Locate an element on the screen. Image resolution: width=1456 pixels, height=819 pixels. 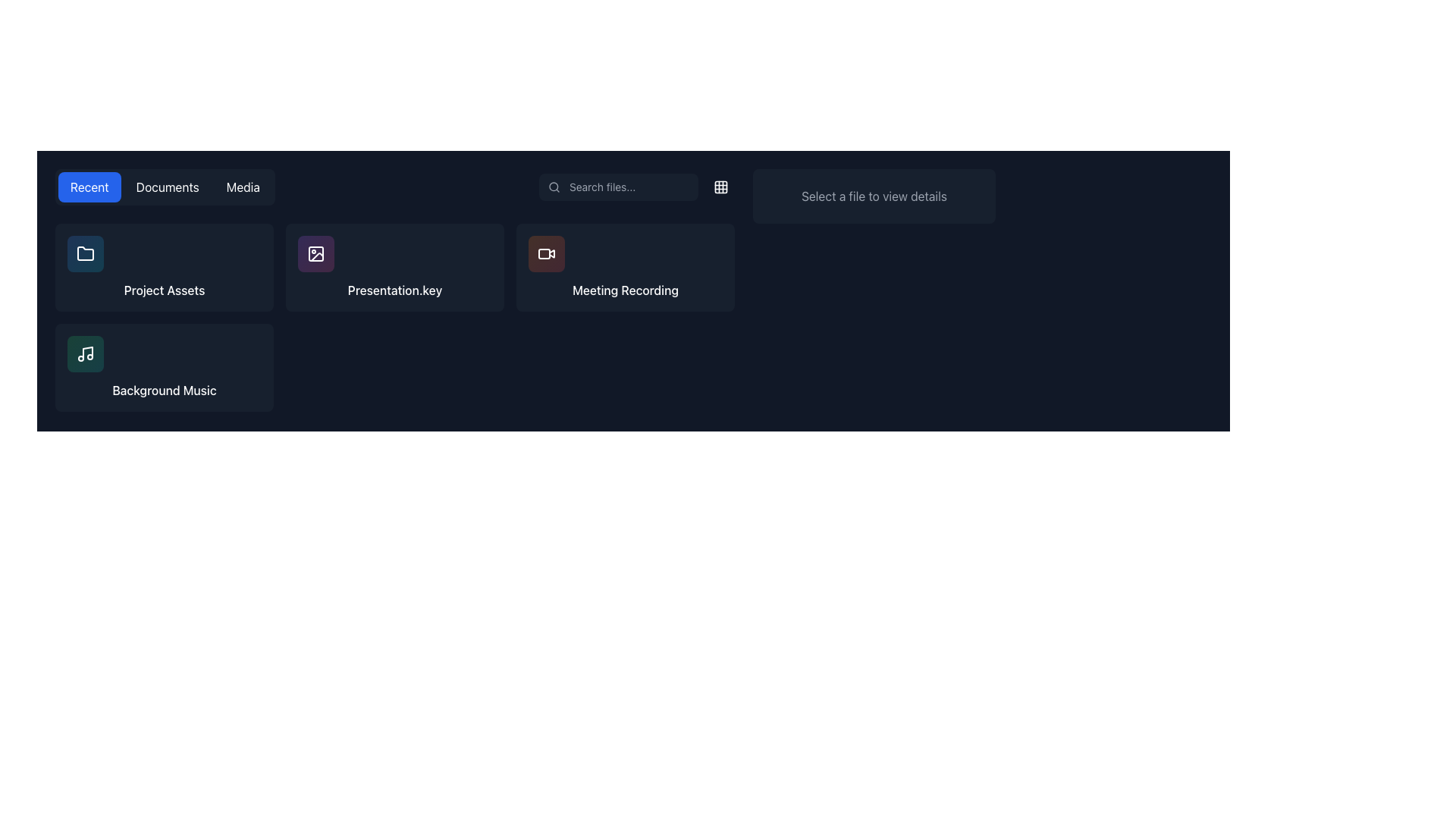
the musical note icon representing the 'Background Music' option is located at coordinates (85, 353).